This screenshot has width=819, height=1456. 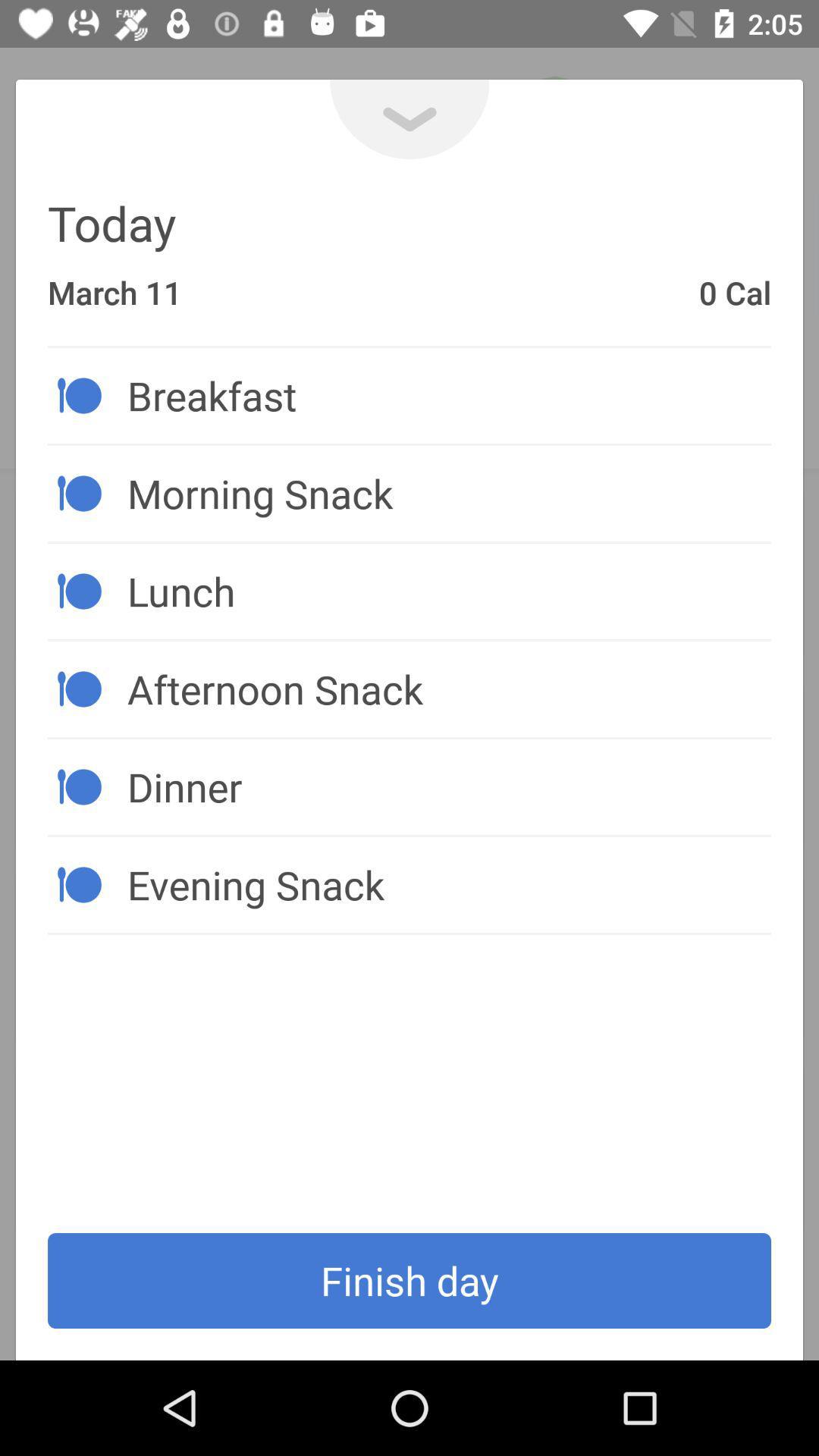 What do you see at coordinates (448, 884) in the screenshot?
I see `the icon above the finish day icon` at bounding box center [448, 884].